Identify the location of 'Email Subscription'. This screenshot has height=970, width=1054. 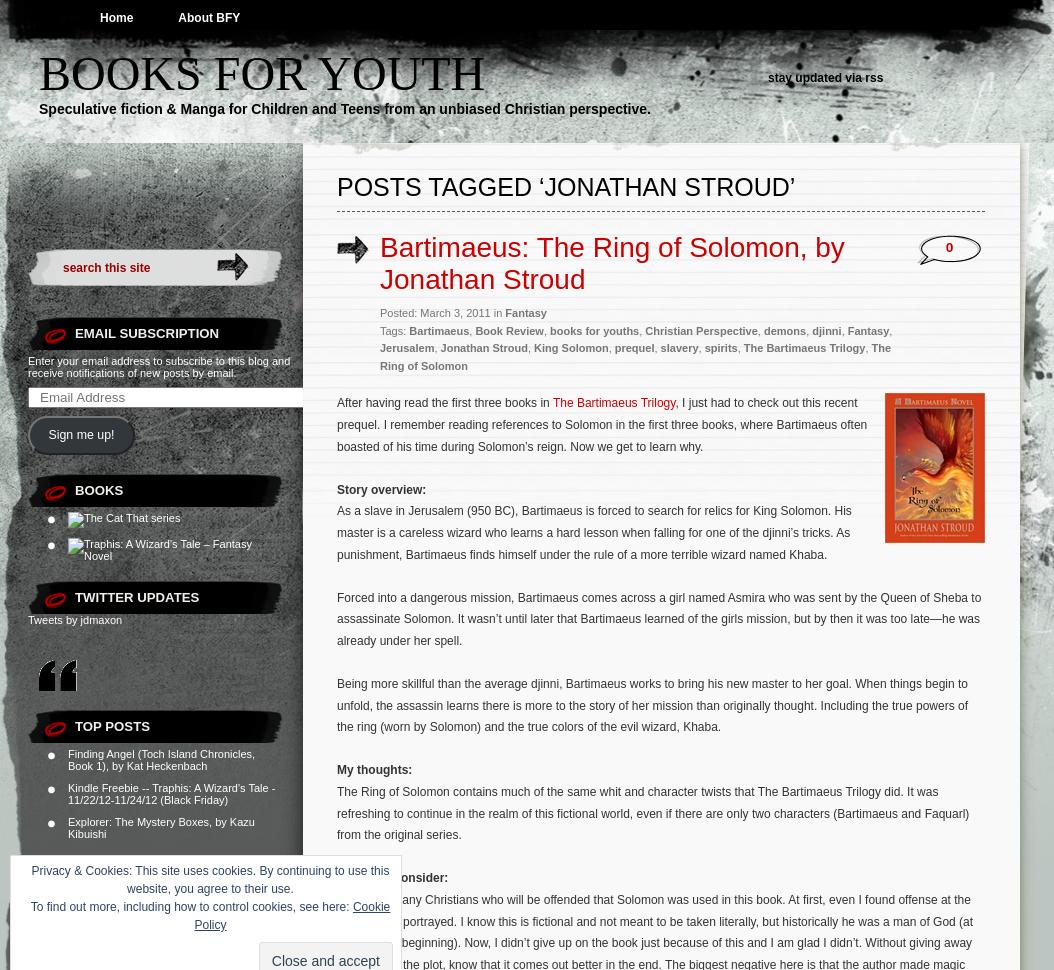
(74, 333).